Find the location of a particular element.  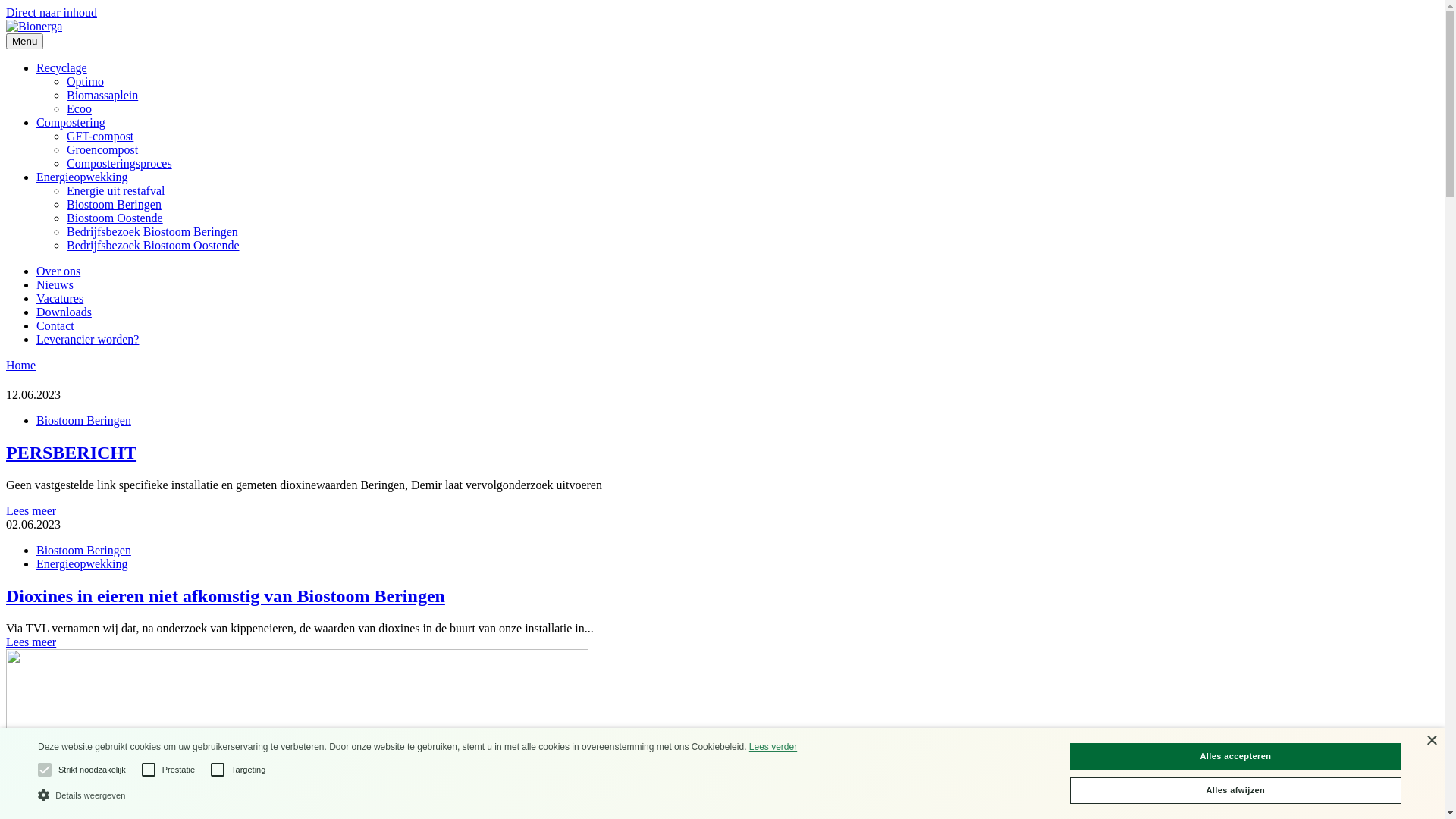

'PERSBERICHT' is located at coordinates (6, 452).